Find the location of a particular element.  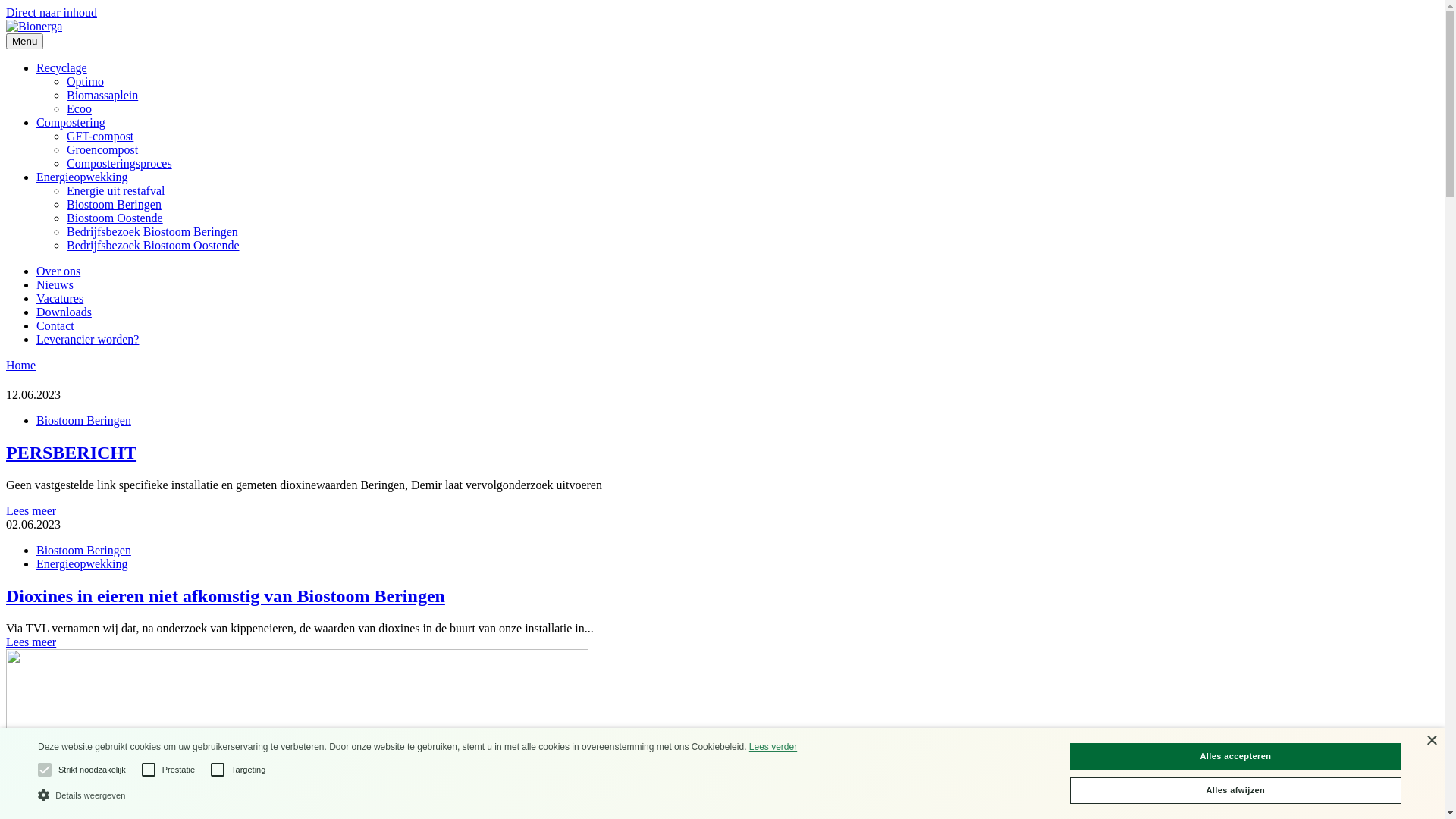

'PERSBERICHT' is located at coordinates (6, 452).